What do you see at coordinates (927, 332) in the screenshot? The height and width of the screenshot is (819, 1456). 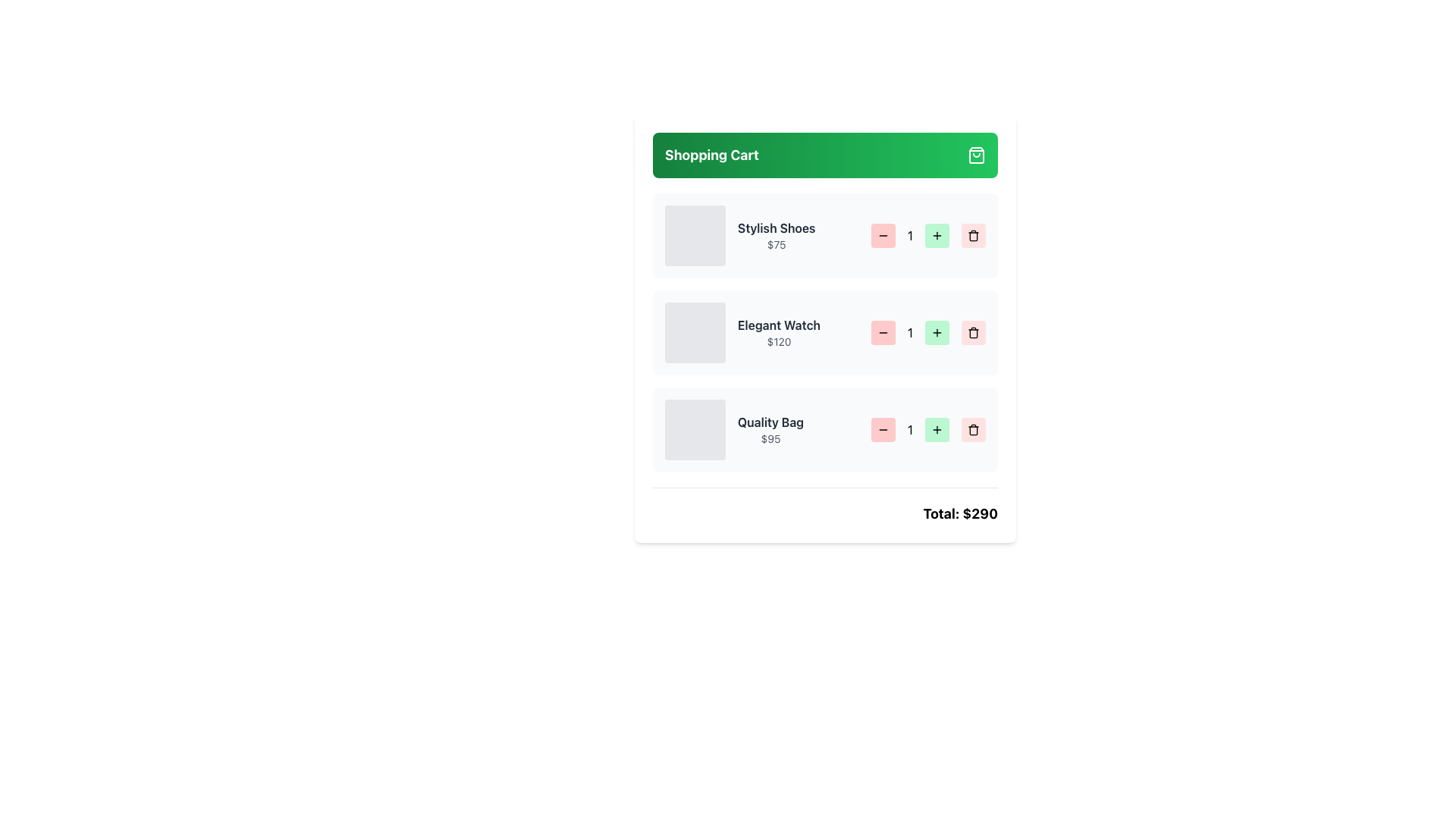 I see `the button that increases the quantity of the 'Elegant Watch' item in the shopping cart, located to the right of the numeric display and to the left of the delete icon` at bounding box center [927, 332].